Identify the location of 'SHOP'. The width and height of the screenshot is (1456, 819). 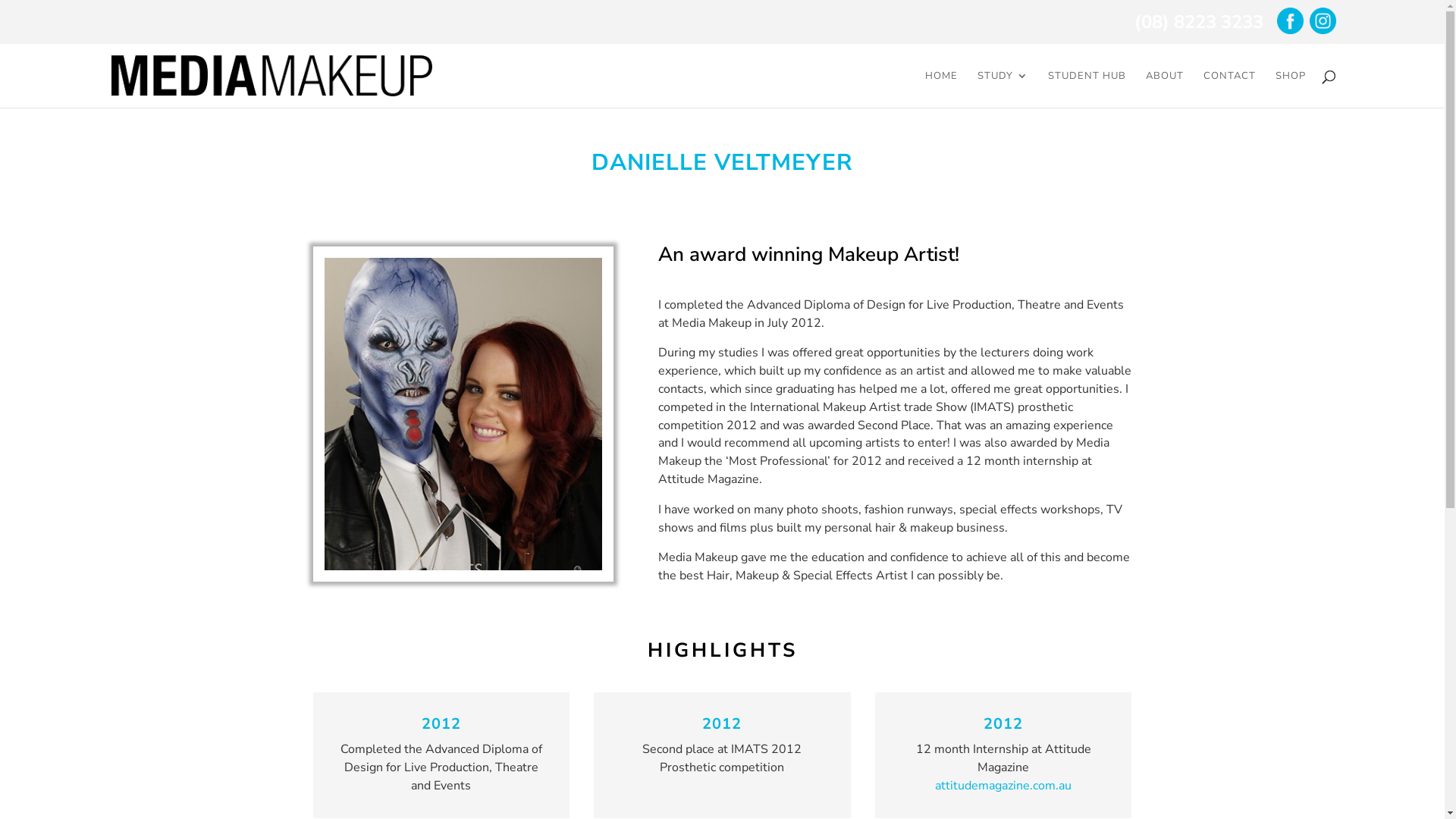
(1290, 89).